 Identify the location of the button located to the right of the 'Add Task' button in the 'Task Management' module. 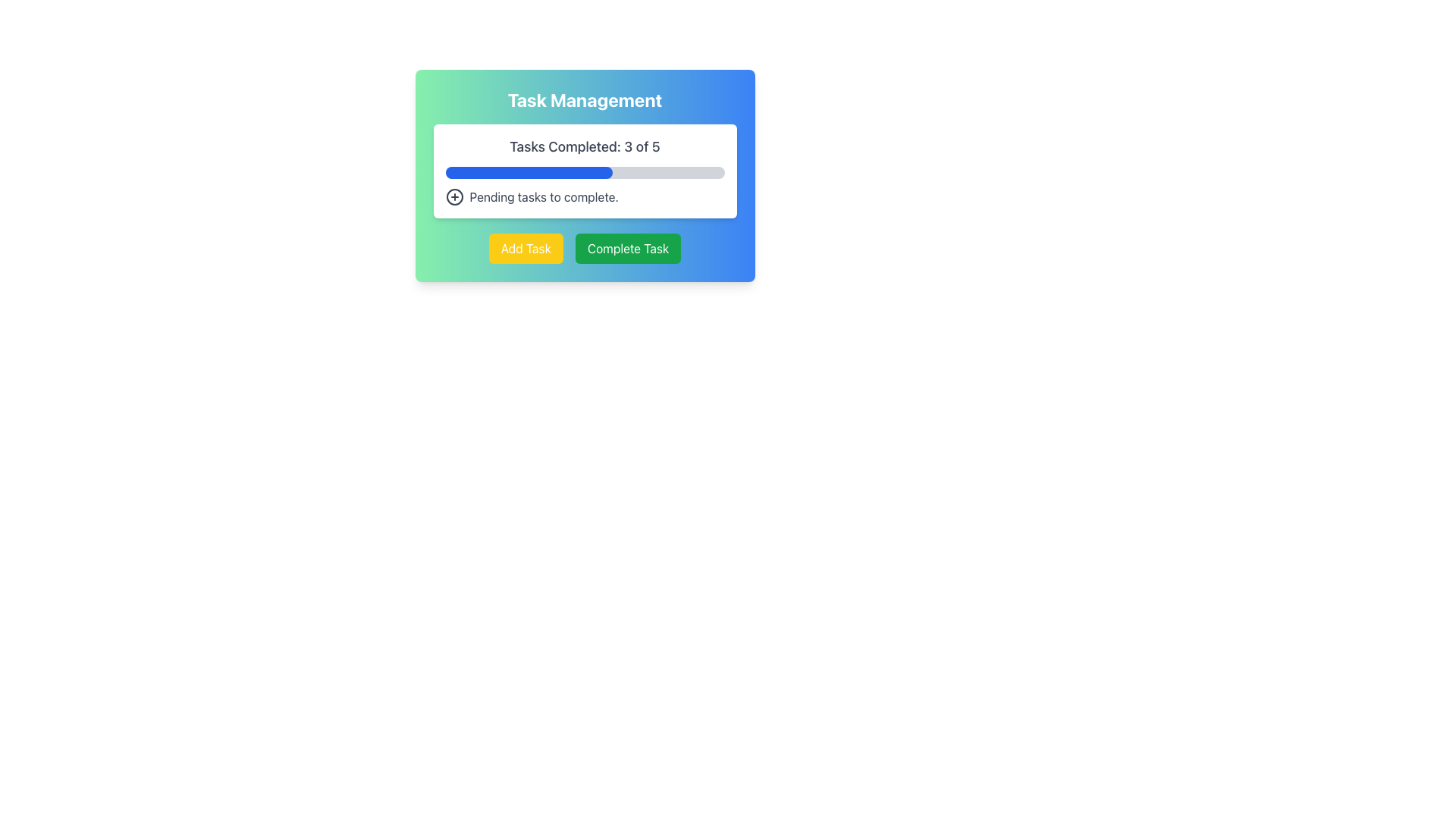
(628, 247).